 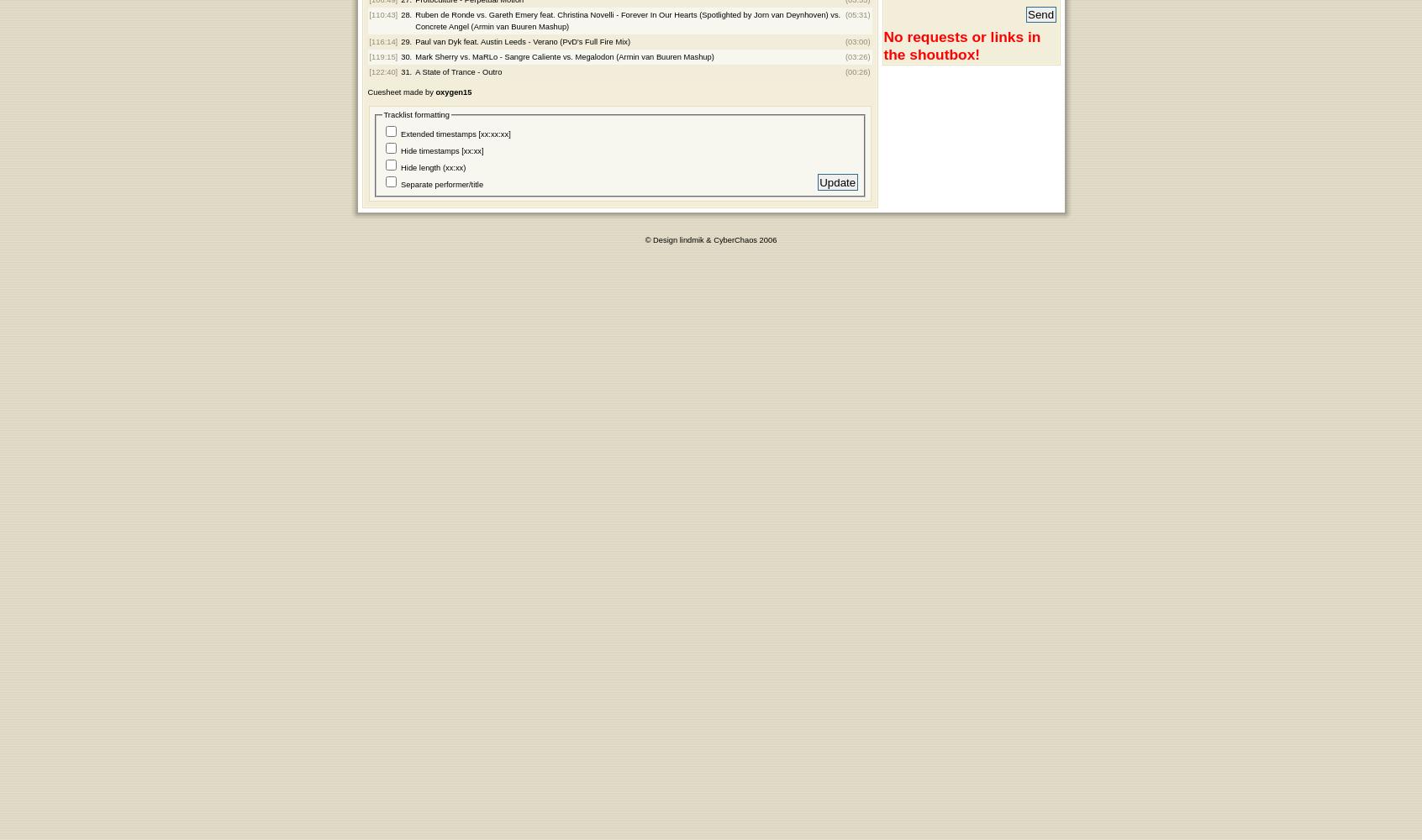 I want to click on 'oxygen15', so click(x=453, y=91).